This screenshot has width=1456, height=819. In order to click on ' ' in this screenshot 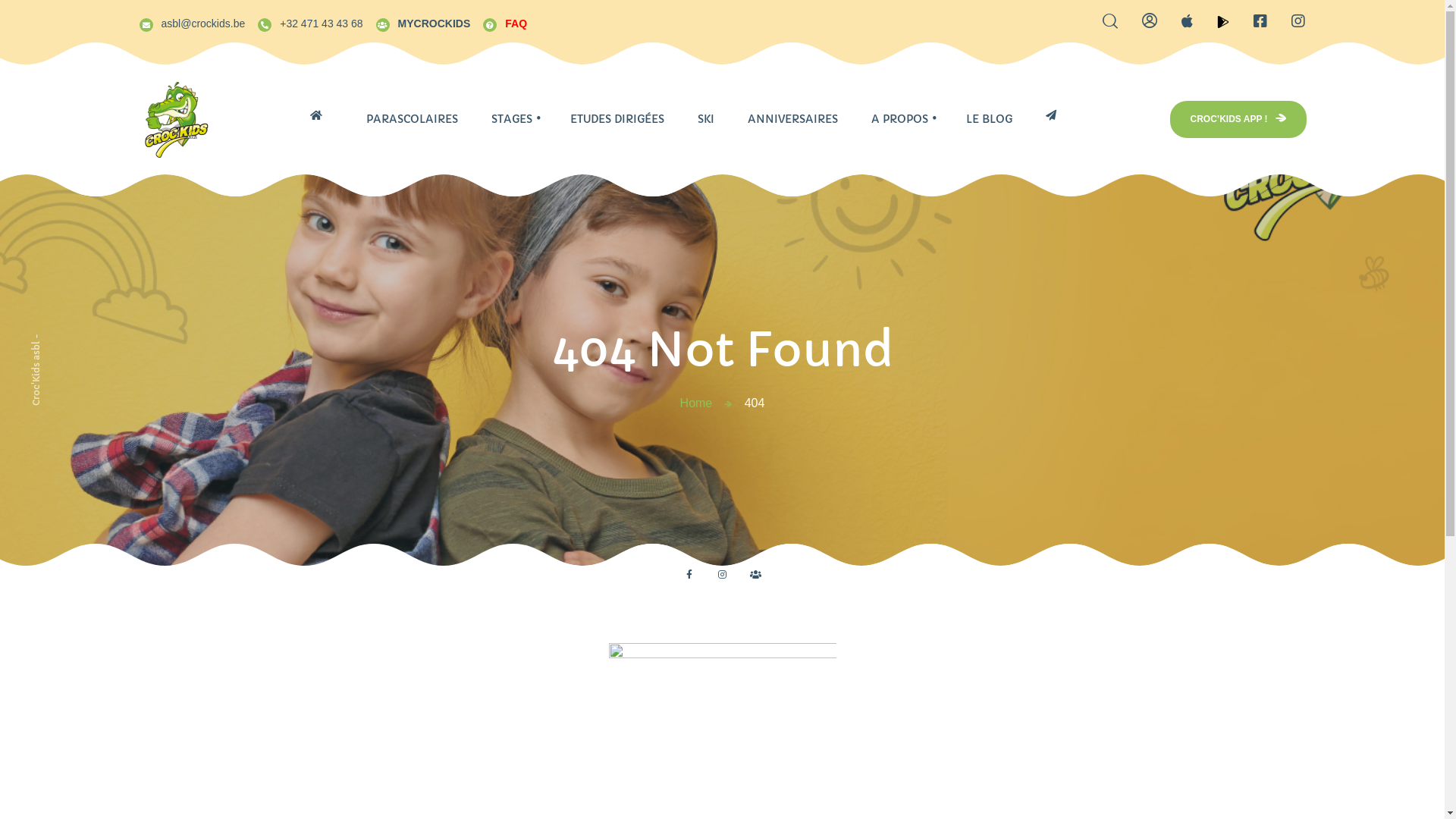, I will do `click(320, 114)`.